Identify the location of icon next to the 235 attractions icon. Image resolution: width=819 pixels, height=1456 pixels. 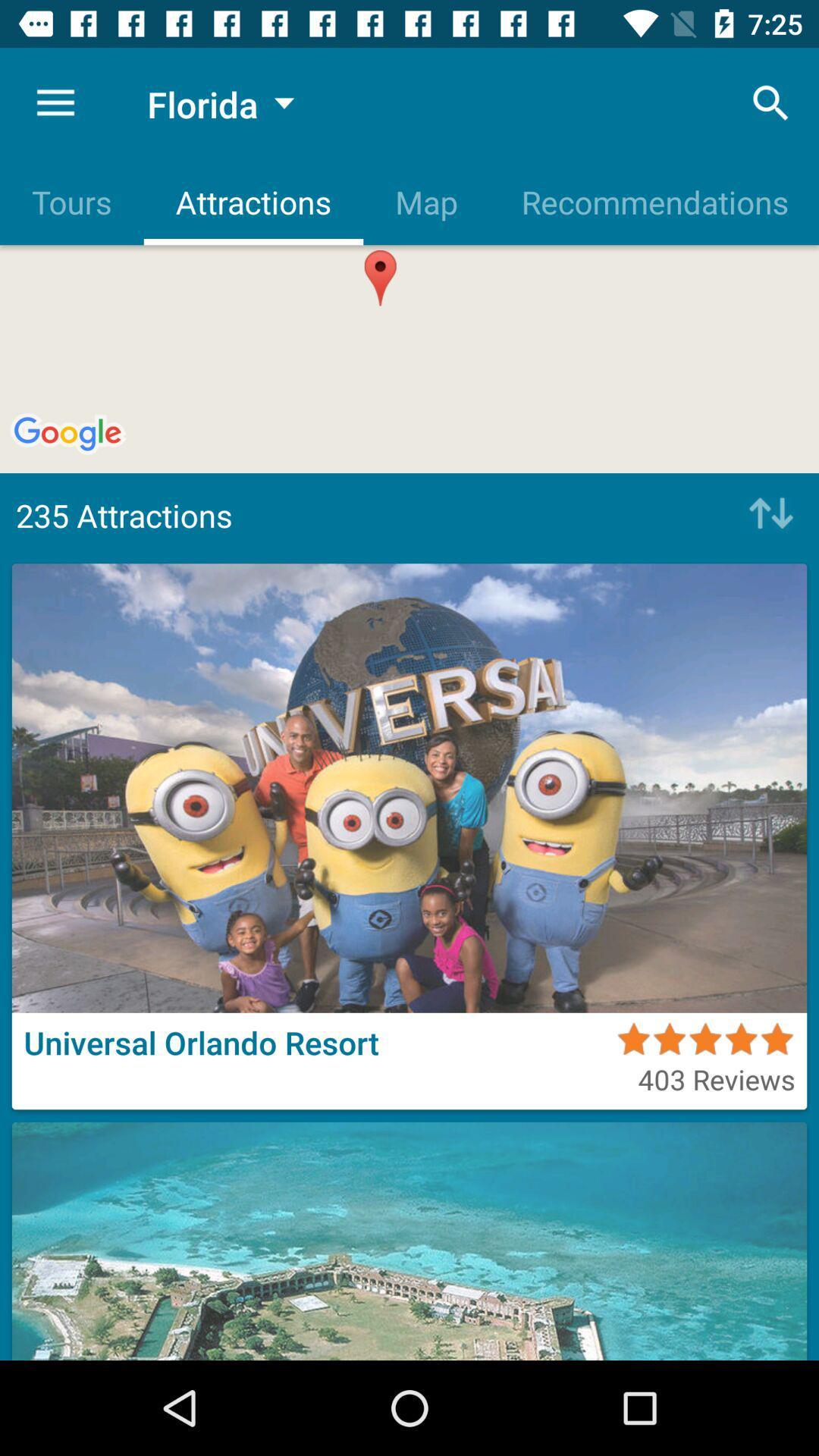
(767, 515).